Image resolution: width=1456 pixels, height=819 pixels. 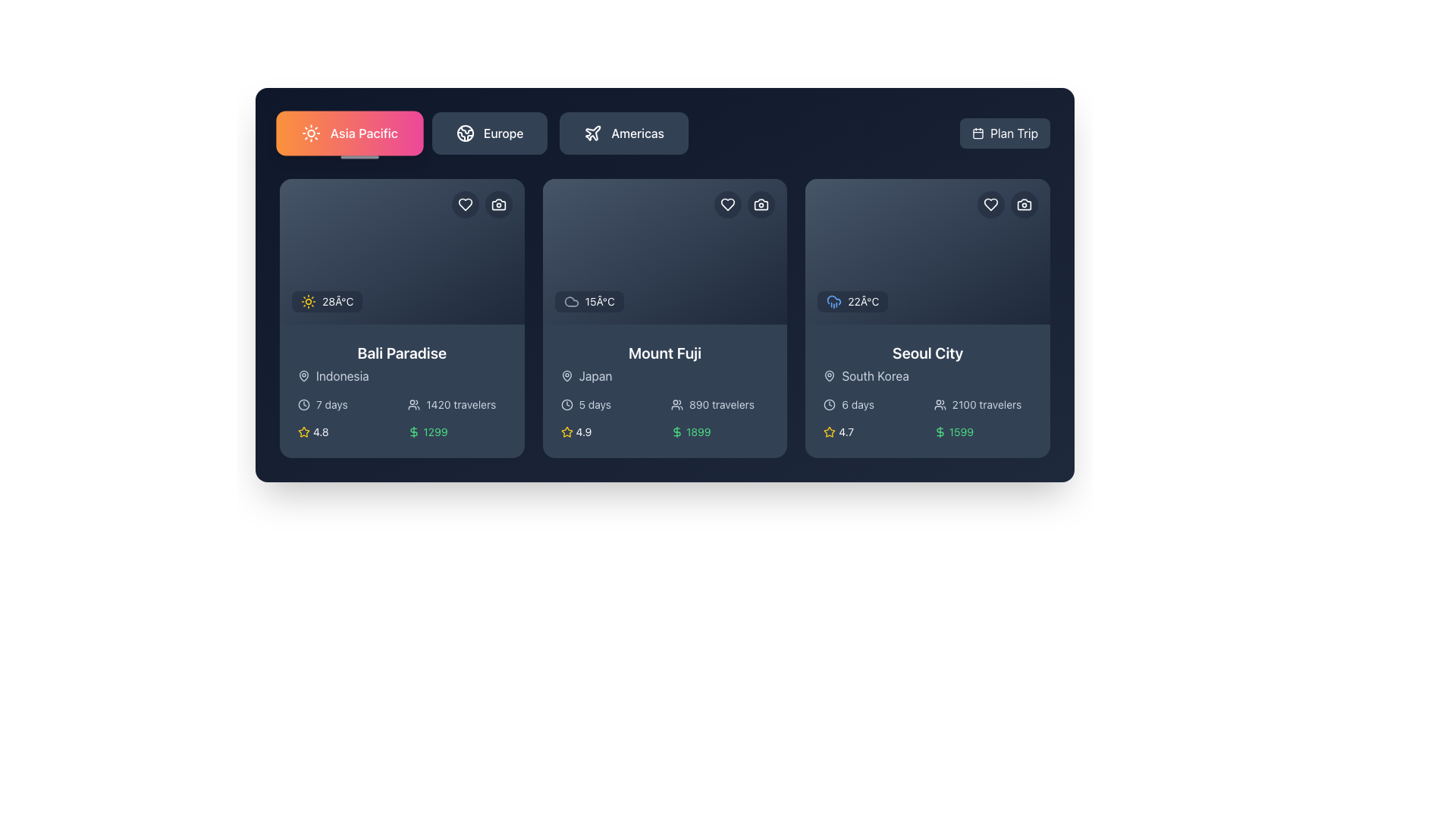 I want to click on the informational label displaying the number of travelers for the Seoul City destination, located in the bottom-right region of the Seoul City section, below the '6 days' information, so click(x=983, y=403).